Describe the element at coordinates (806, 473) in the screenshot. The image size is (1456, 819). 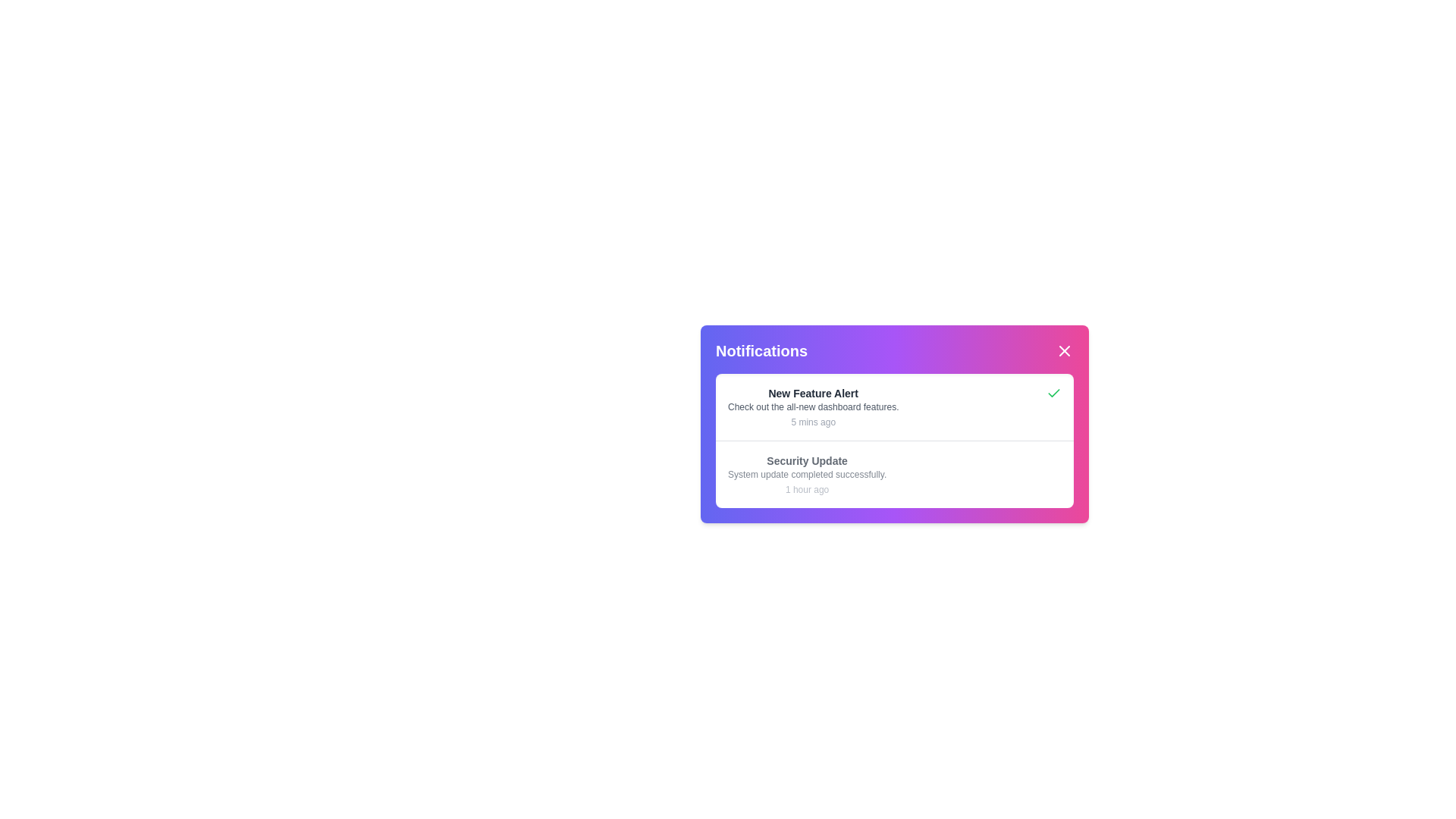
I see `the second notification entry titled 'Security Update'` at that location.